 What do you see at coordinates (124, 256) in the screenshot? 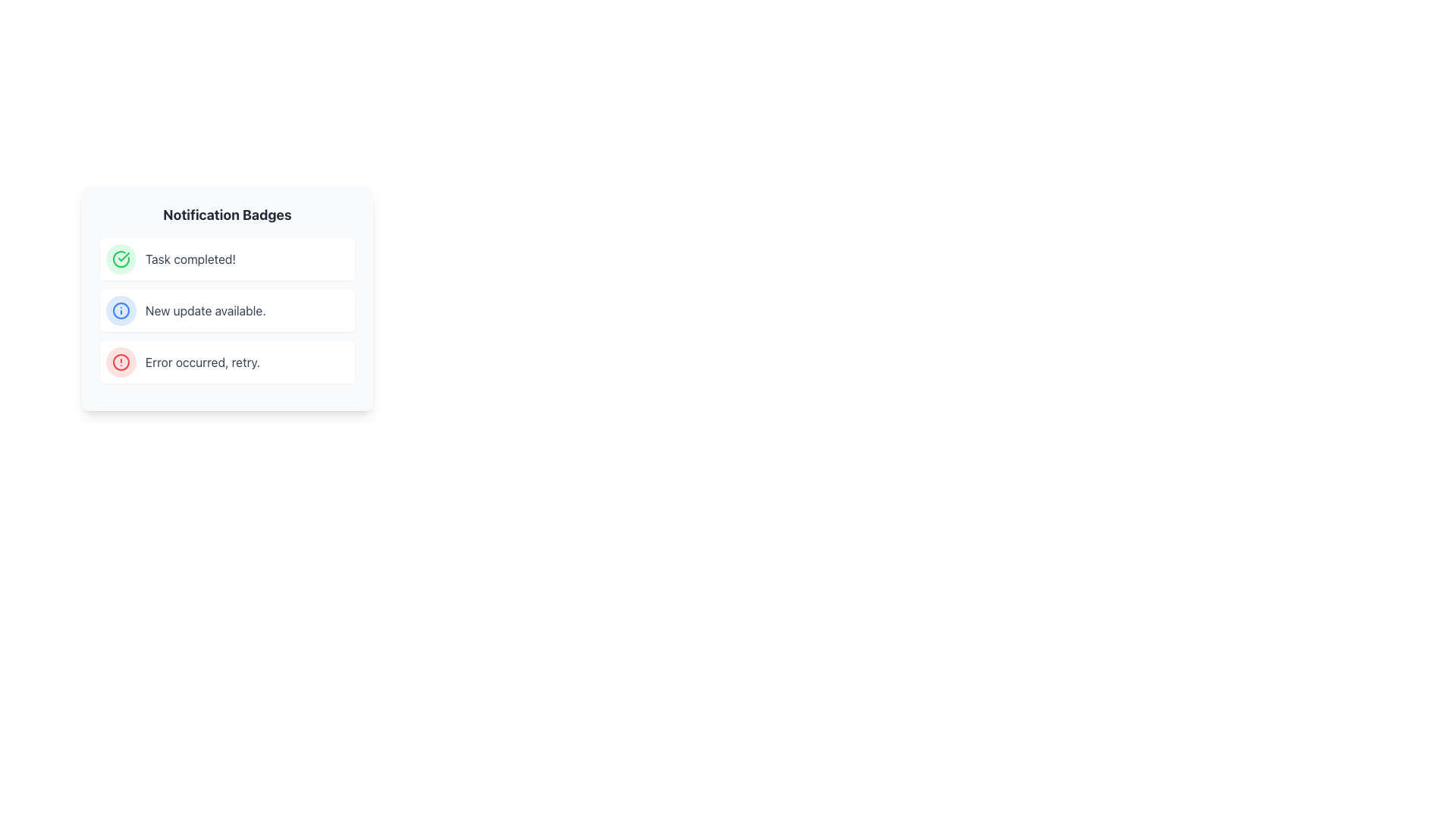
I see `the checkmark symbol within the green circle located in the top notification badge adjacent to the text 'Task Completed!'` at bounding box center [124, 256].